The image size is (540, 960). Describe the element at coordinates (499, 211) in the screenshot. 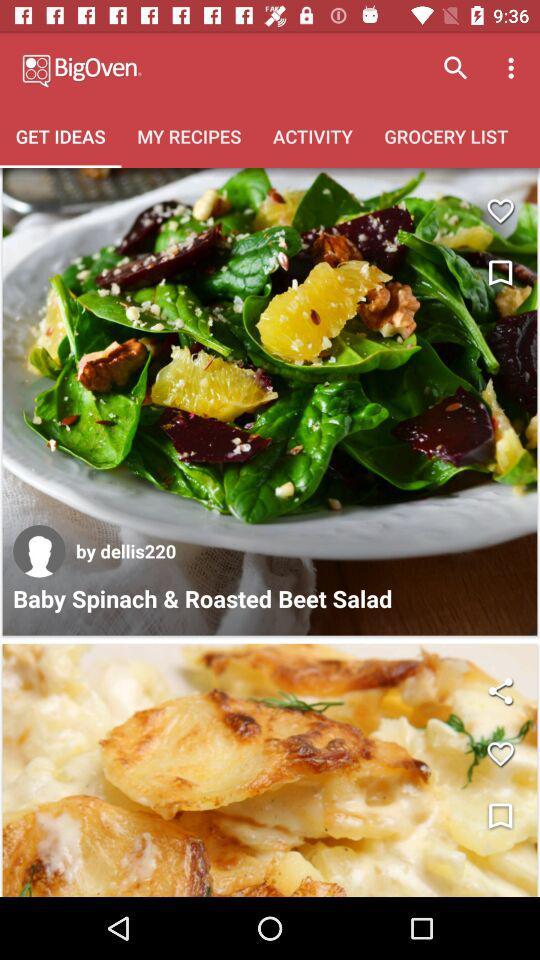

I see `the favorite` at that location.